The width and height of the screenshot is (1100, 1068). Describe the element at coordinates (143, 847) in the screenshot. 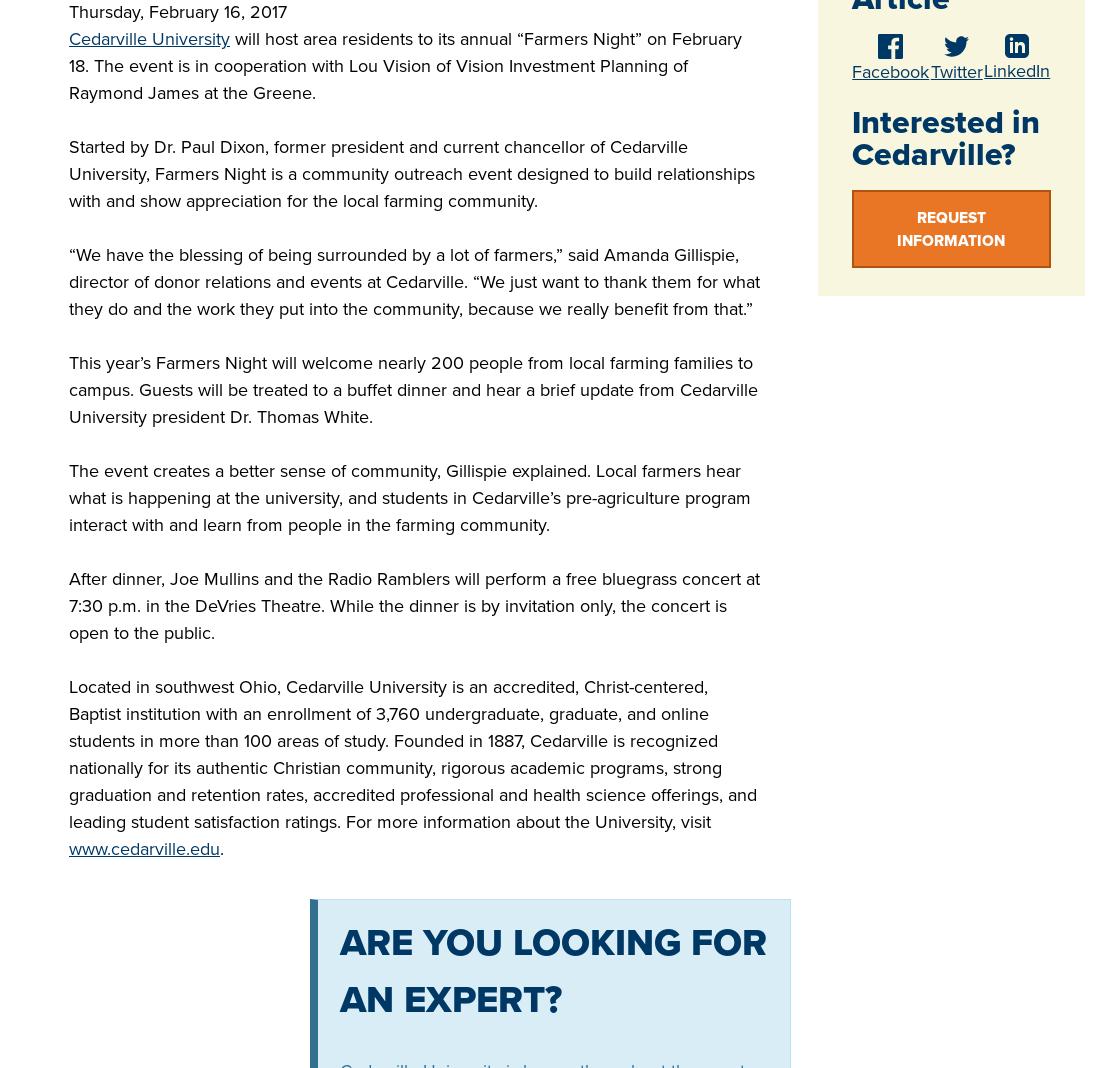

I see `'www.cedarville.edu'` at that location.